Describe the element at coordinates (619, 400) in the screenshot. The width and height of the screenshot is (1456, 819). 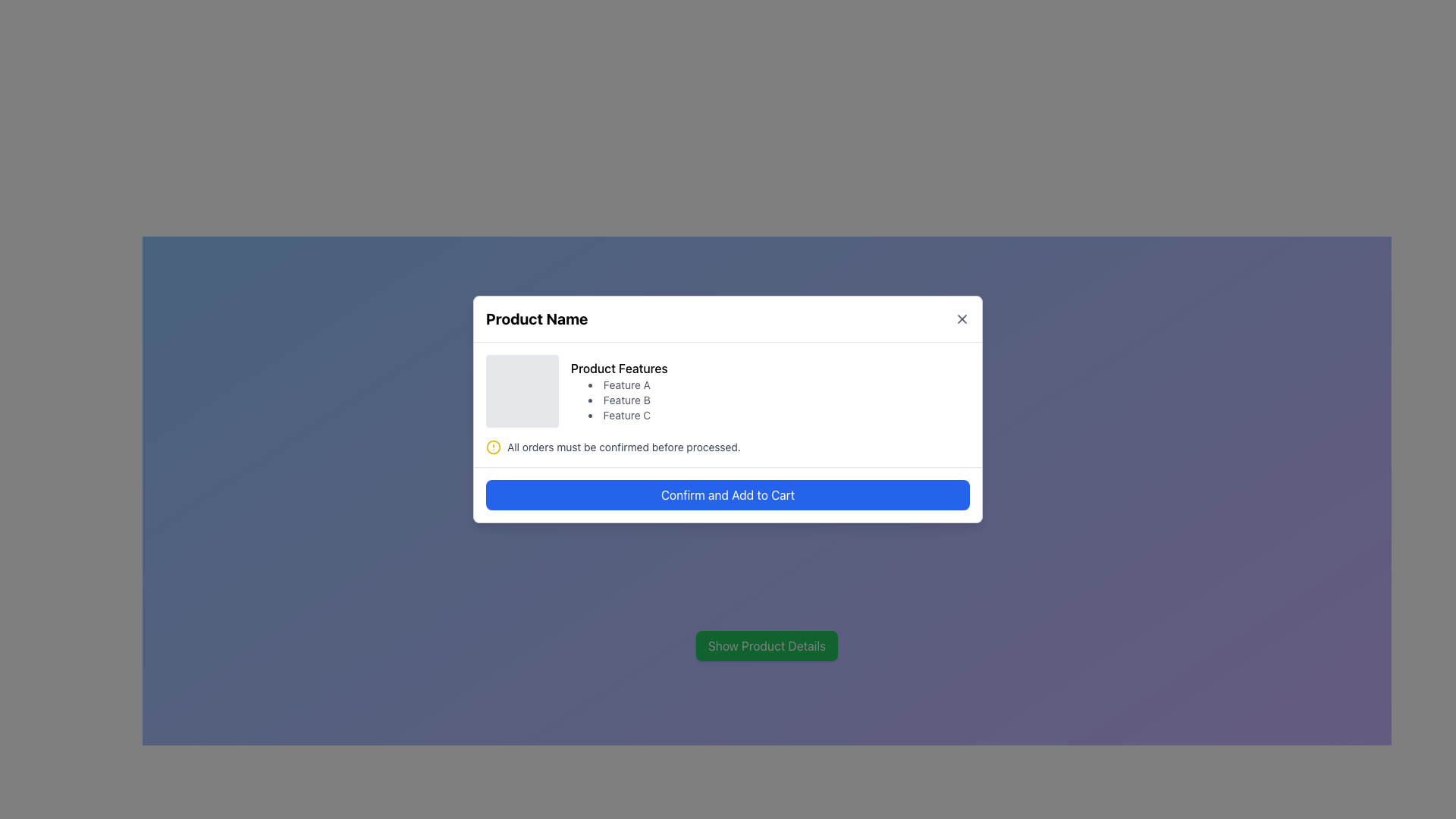
I see `the Text Label that lists 'Feature B' in the vertical bulleted list of product features within the 'Product Features' section of the pop-up card` at that location.